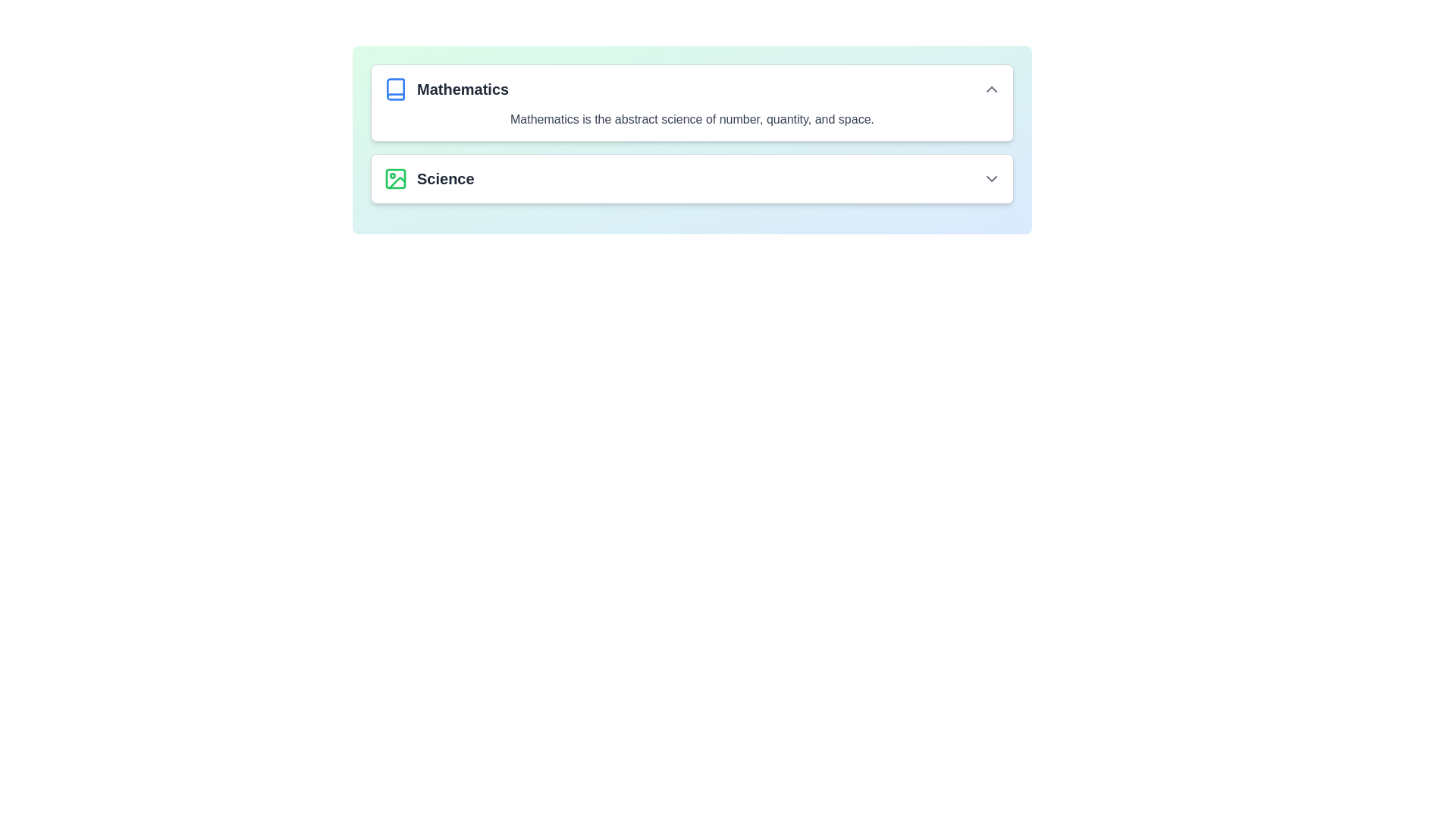 Image resolution: width=1456 pixels, height=819 pixels. I want to click on the first row item of the dropdown category labeled just below 'Mathematics', so click(691, 177).